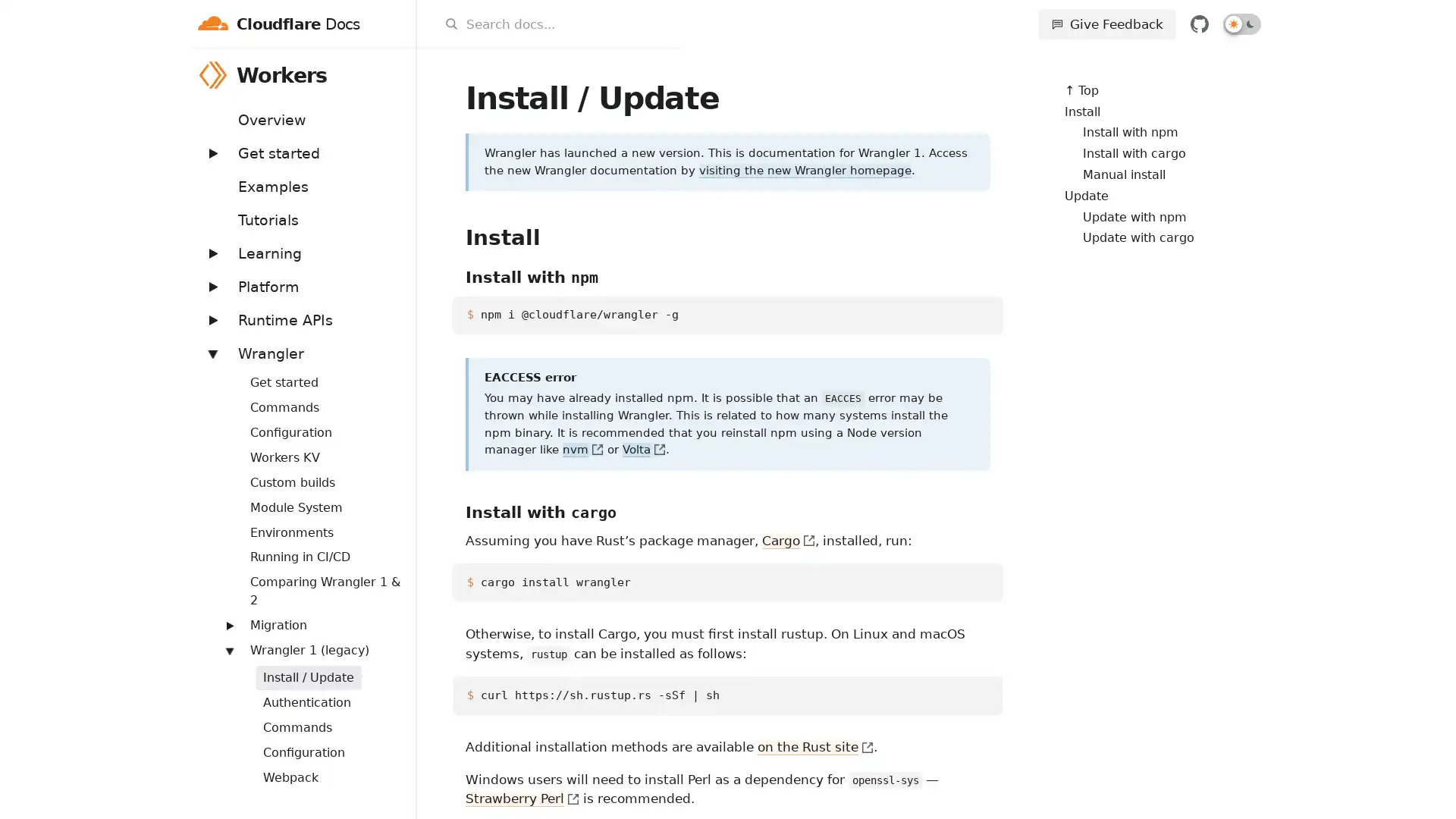 Image resolution: width=1456 pixels, height=819 pixels. I want to click on Expand: Bindings, so click(221, 339).